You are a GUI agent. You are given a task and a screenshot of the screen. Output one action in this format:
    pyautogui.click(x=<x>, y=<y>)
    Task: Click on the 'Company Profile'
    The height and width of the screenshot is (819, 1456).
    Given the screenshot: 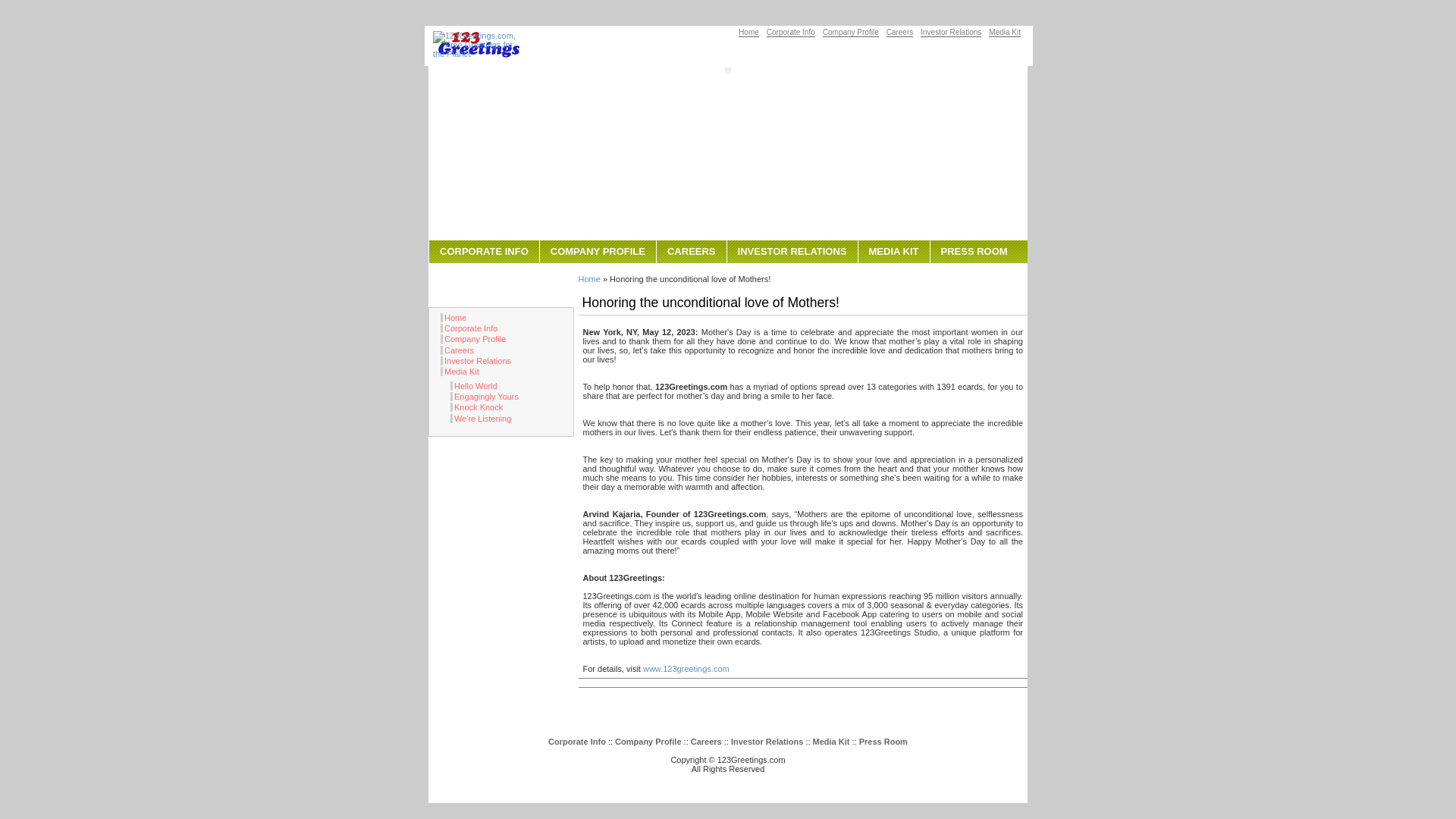 What is the action you would take?
    pyautogui.click(x=648, y=741)
    